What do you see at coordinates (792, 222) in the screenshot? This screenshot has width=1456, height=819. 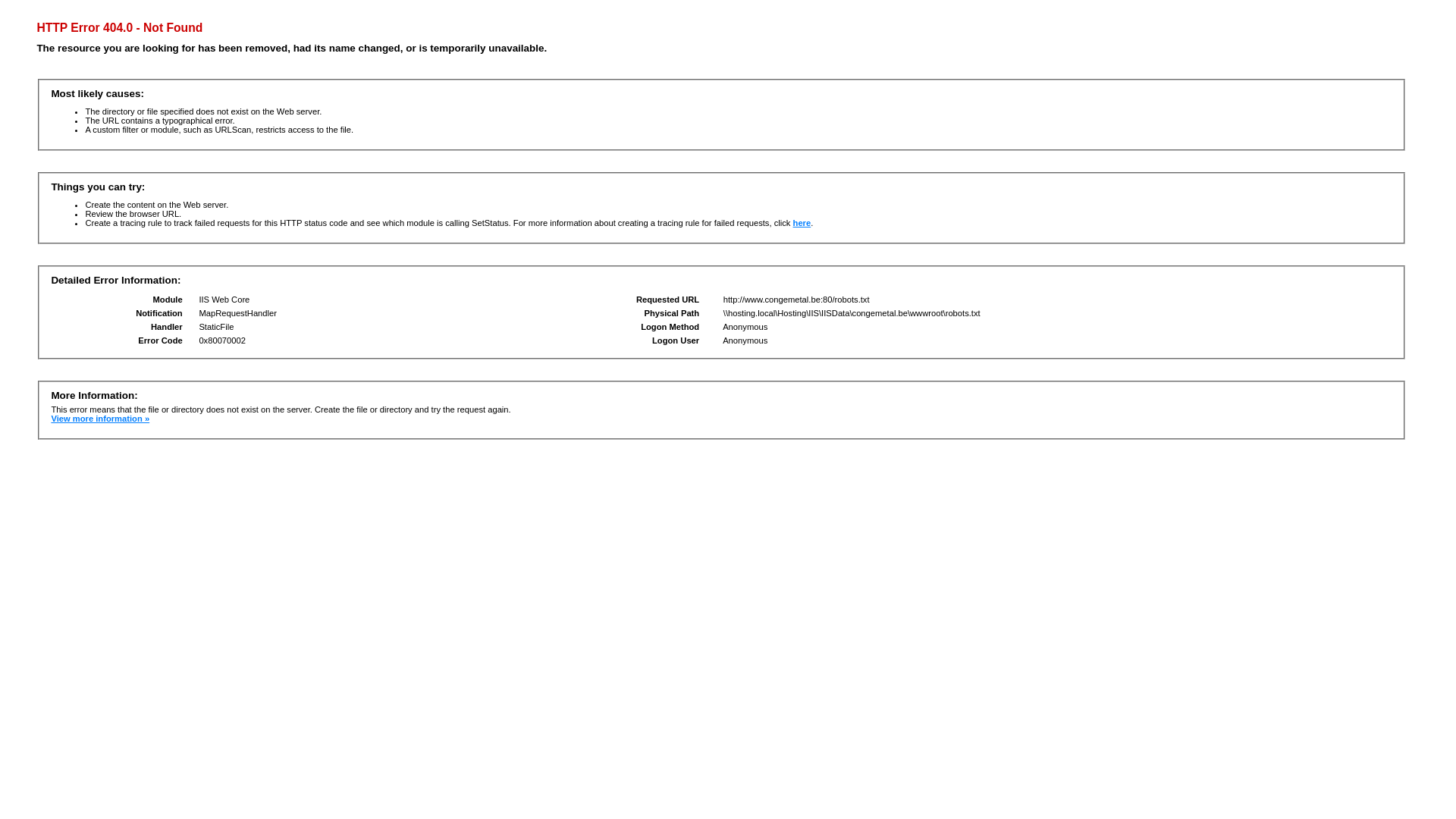 I see `'here'` at bounding box center [792, 222].